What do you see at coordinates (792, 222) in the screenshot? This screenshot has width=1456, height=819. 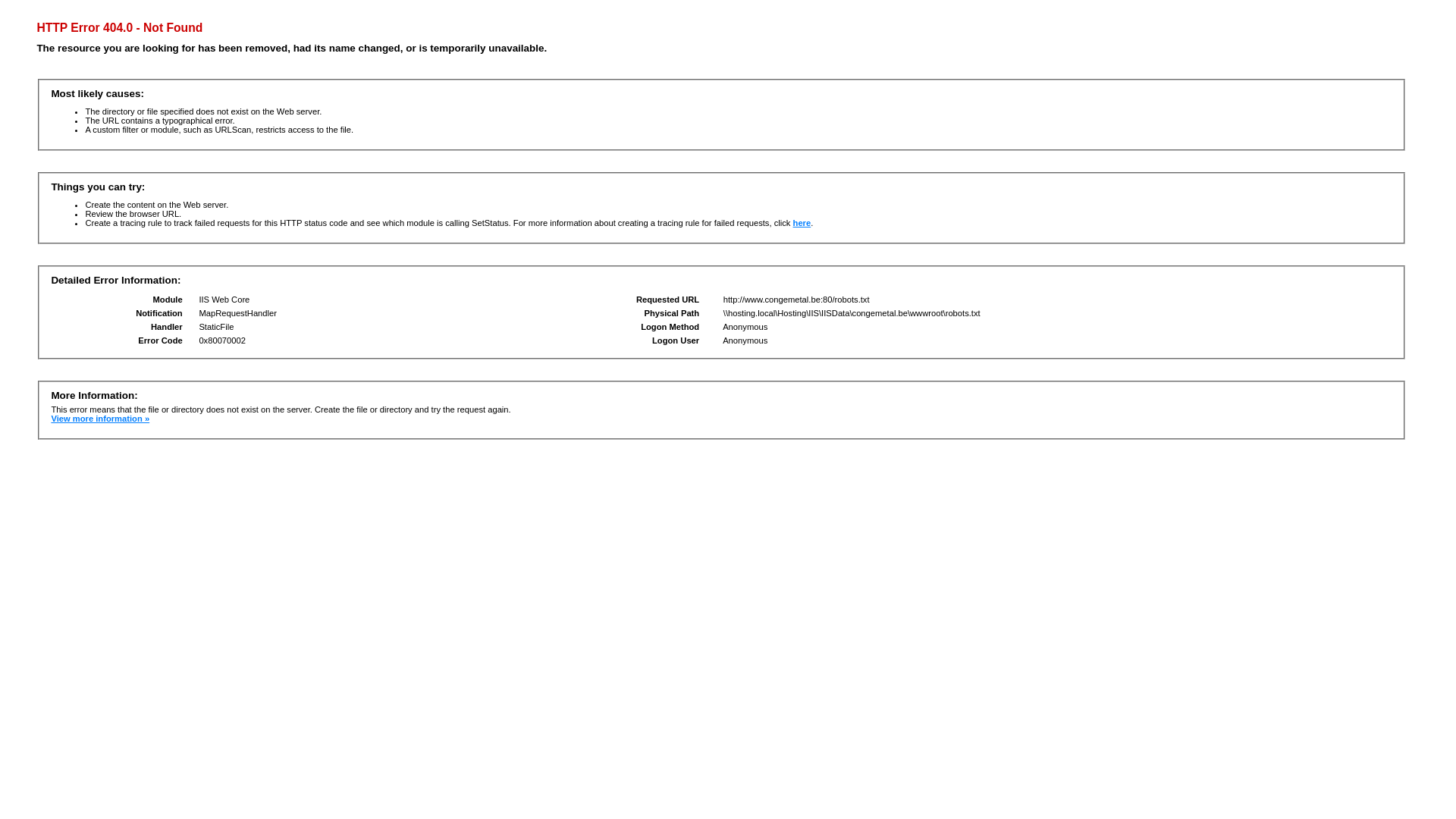 I see `'here'` at bounding box center [792, 222].